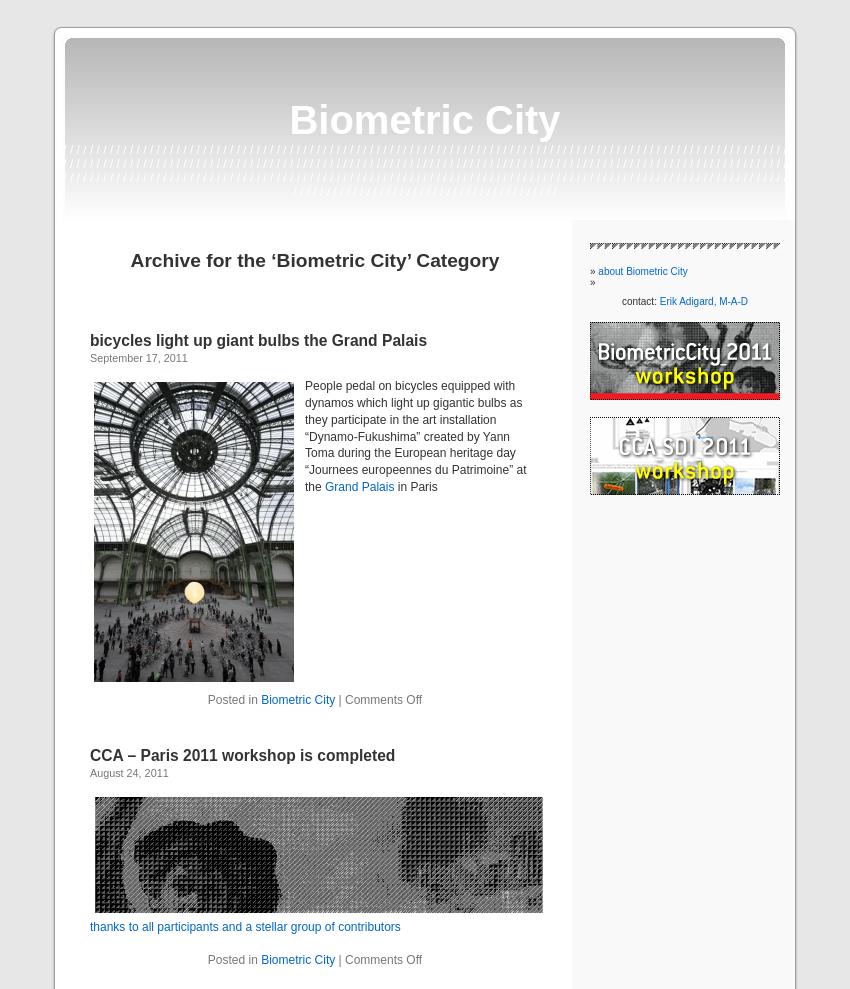 This screenshot has width=850, height=989. What do you see at coordinates (596, 270) in the screenshot?
I see `'about Biometric City'` at bounding box center [596, 270].